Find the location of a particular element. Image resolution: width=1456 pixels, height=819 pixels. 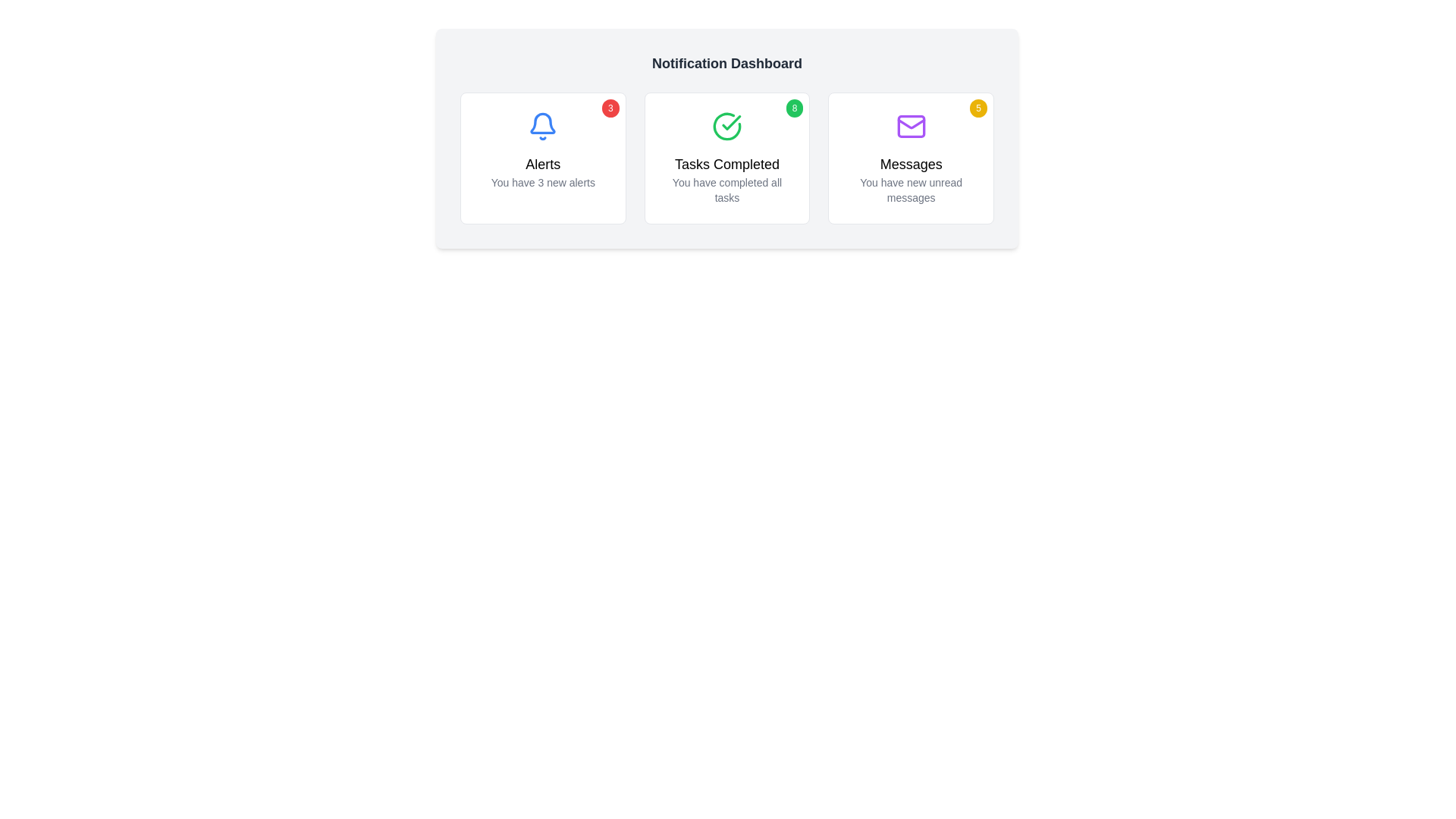

the Static Text Block displaying 'Tasks Completed' with the message 'You have completed all tasks' is located at coordinates (726, 178).